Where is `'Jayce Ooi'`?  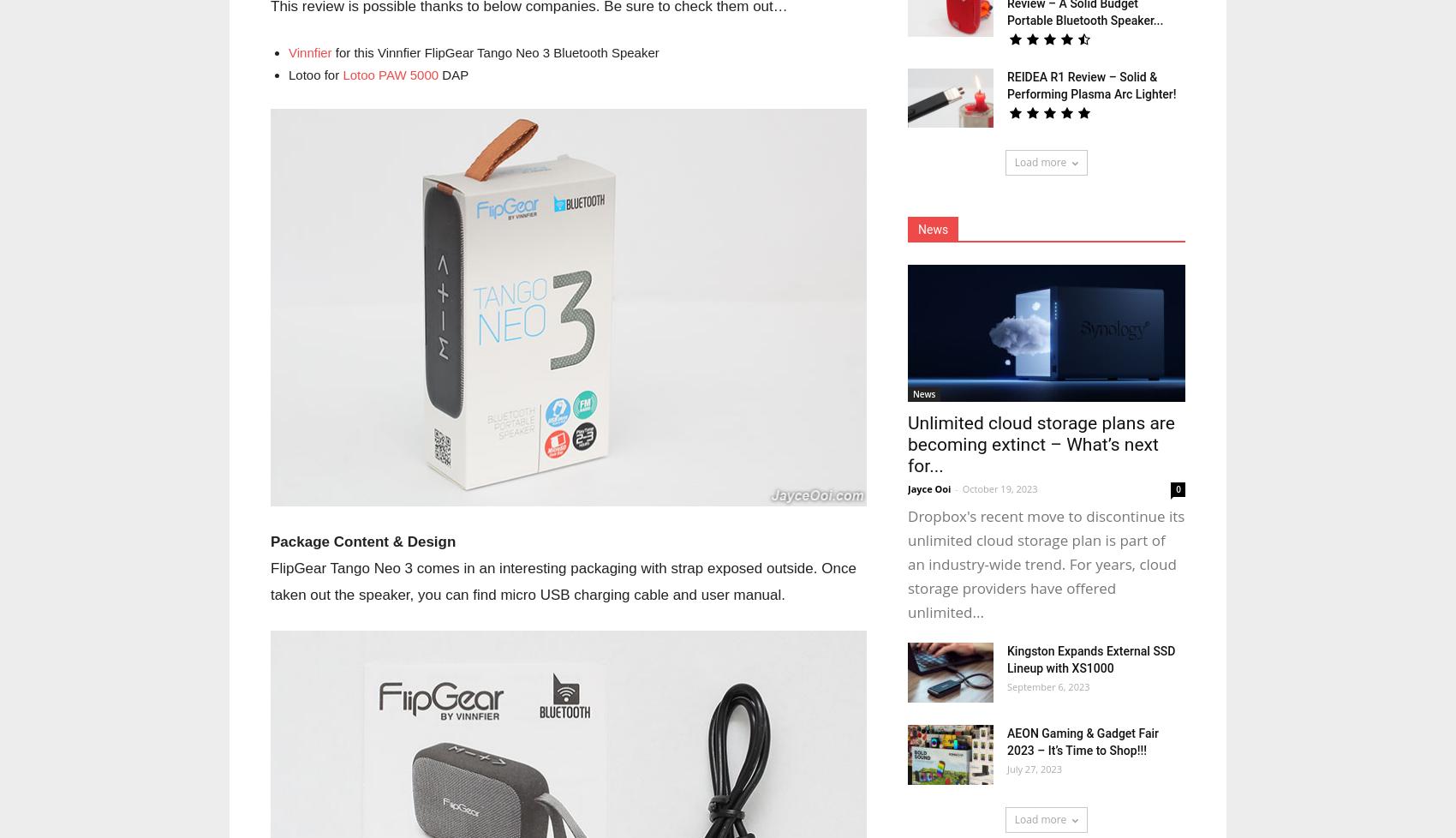
'Jayce Ooi' is located at coordinates (928, 488).